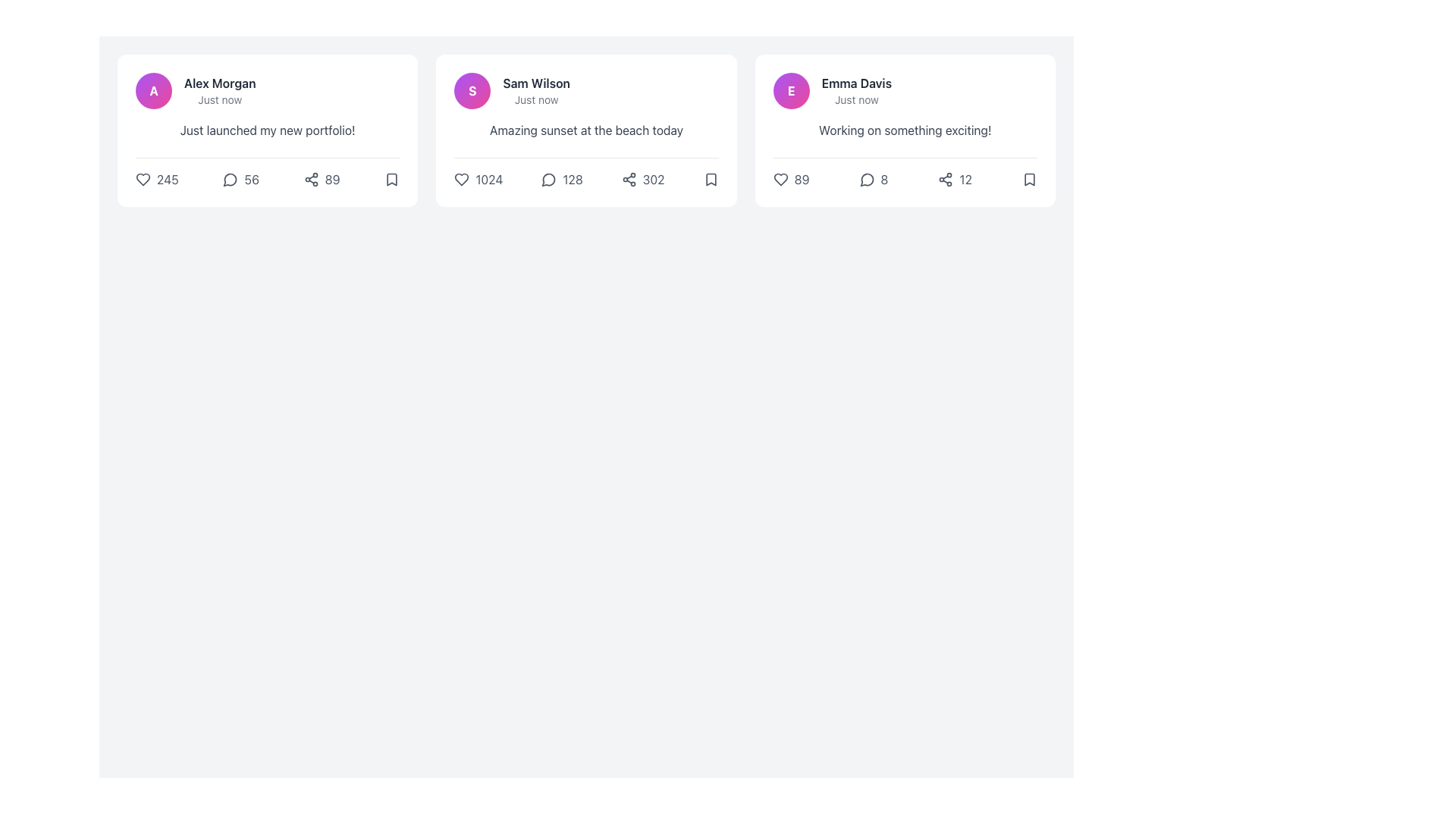 This screenshot has width=1456, height=819. I want to click on the share icon associated with the post by 'Sam Wilson', so click(629, 178).